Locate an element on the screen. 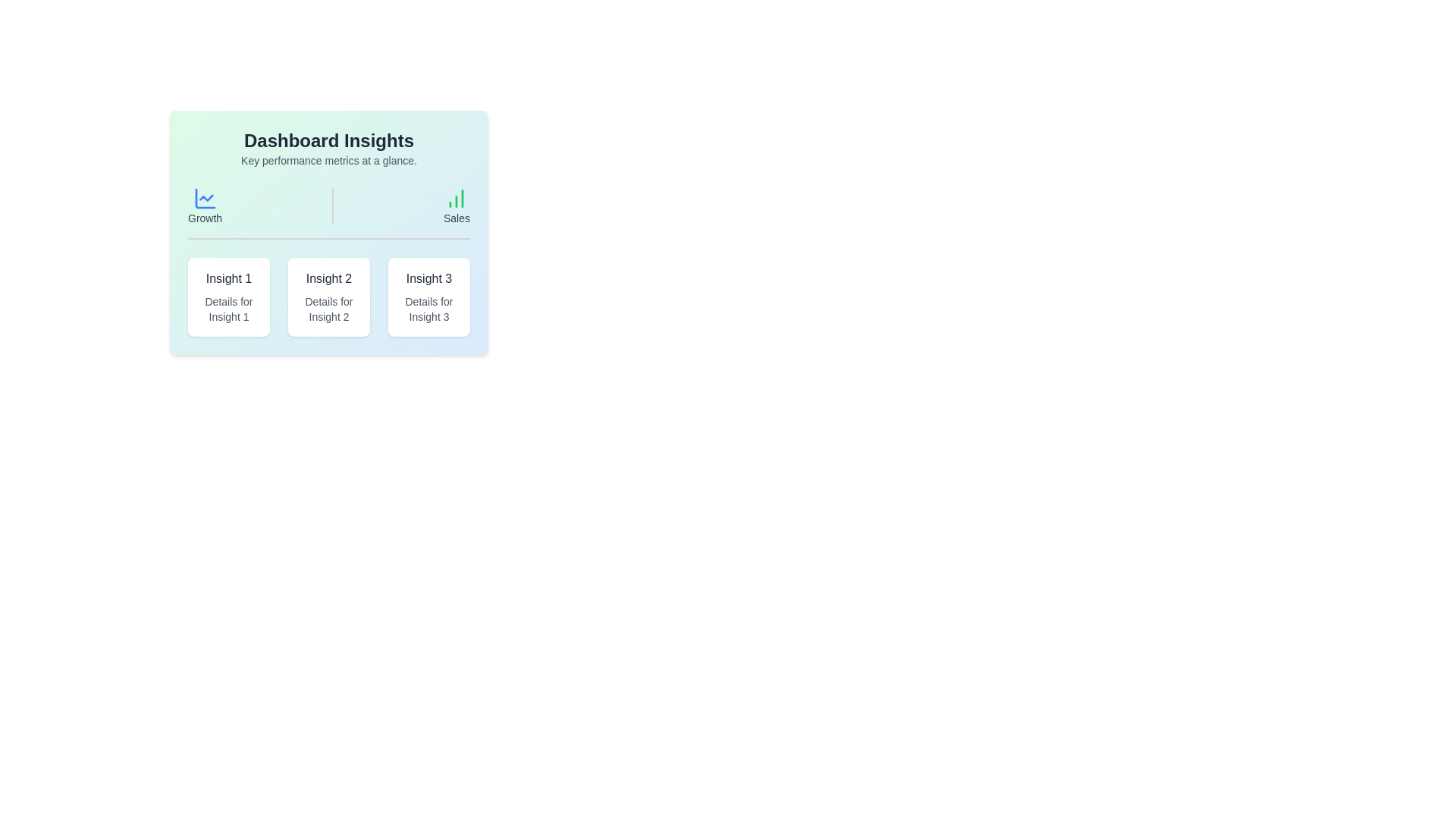 This screenshot has width=1456, height=819. the text label displaying 'Insight 1' is located at coordinates (228, 278).